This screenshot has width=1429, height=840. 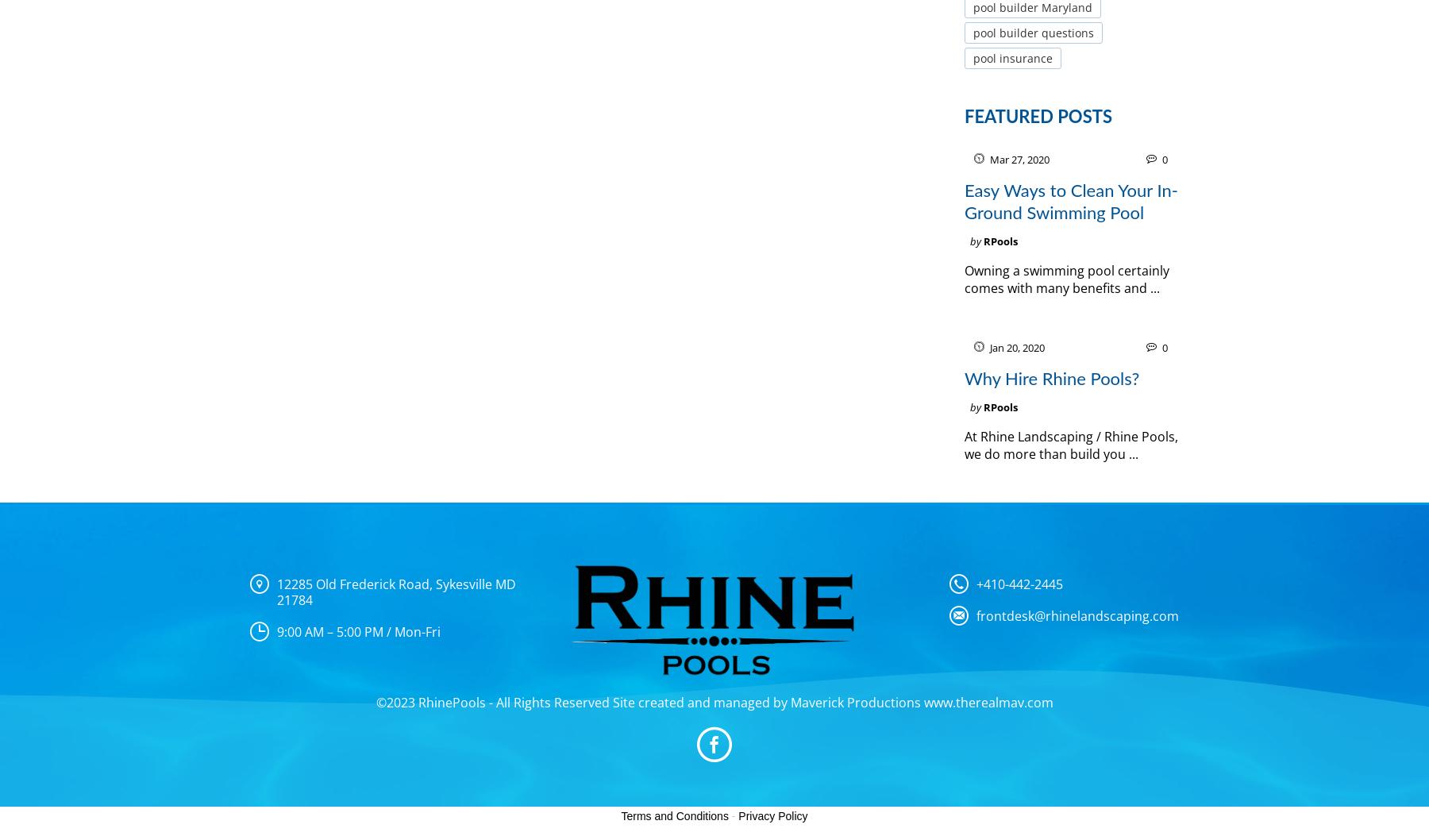 What do you see at coordinates (732, 815) in the screenshot?
I see `'-'` at bounding box center [732, 815].